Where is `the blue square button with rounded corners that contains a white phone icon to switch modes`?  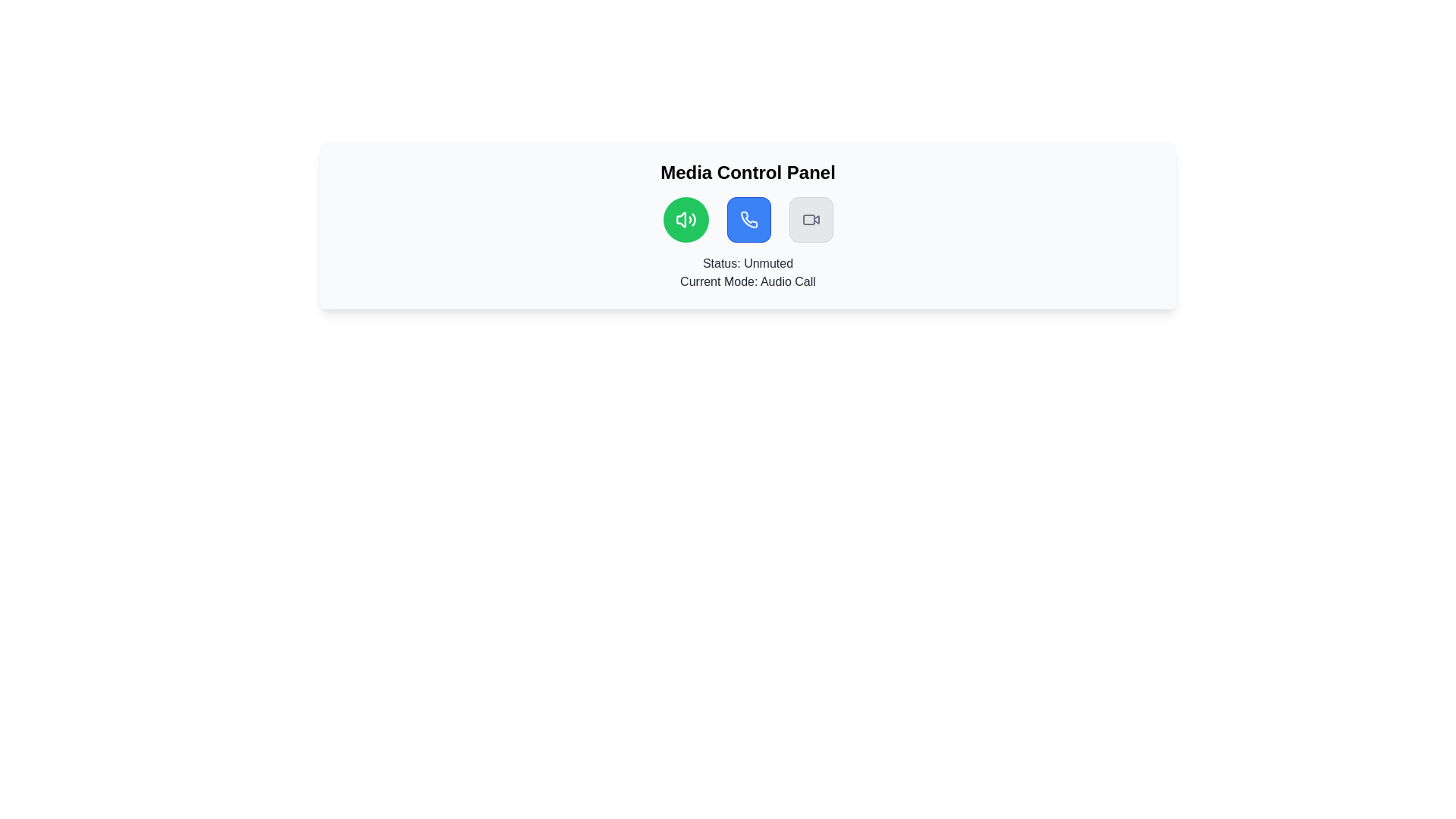 the blue square button with rounded corners that contains a white phone icon to switch modes is located at coordinates (748, 219).